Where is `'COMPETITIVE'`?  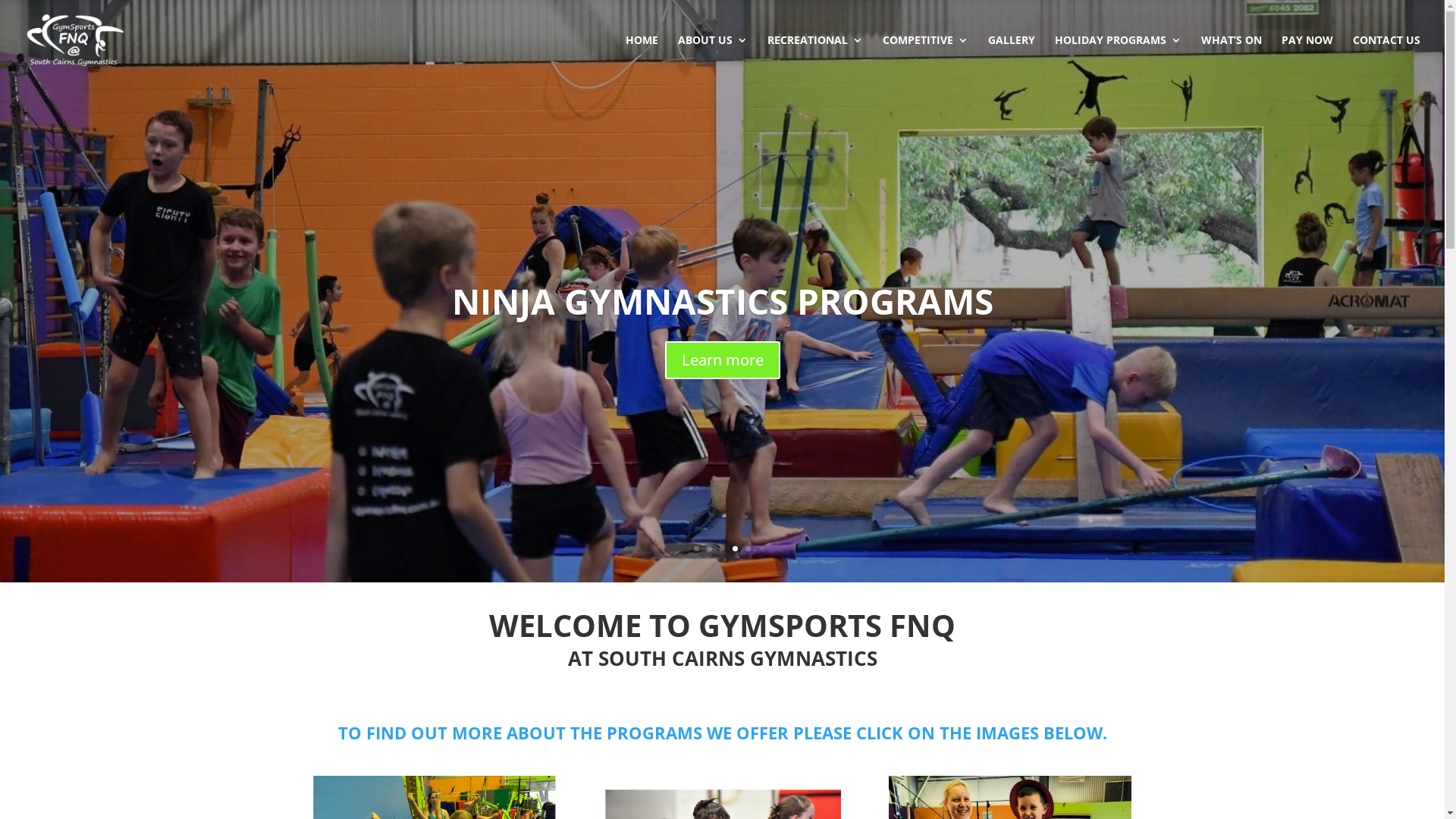 'COMPETITIVE' is located at coordinates (882, 57).